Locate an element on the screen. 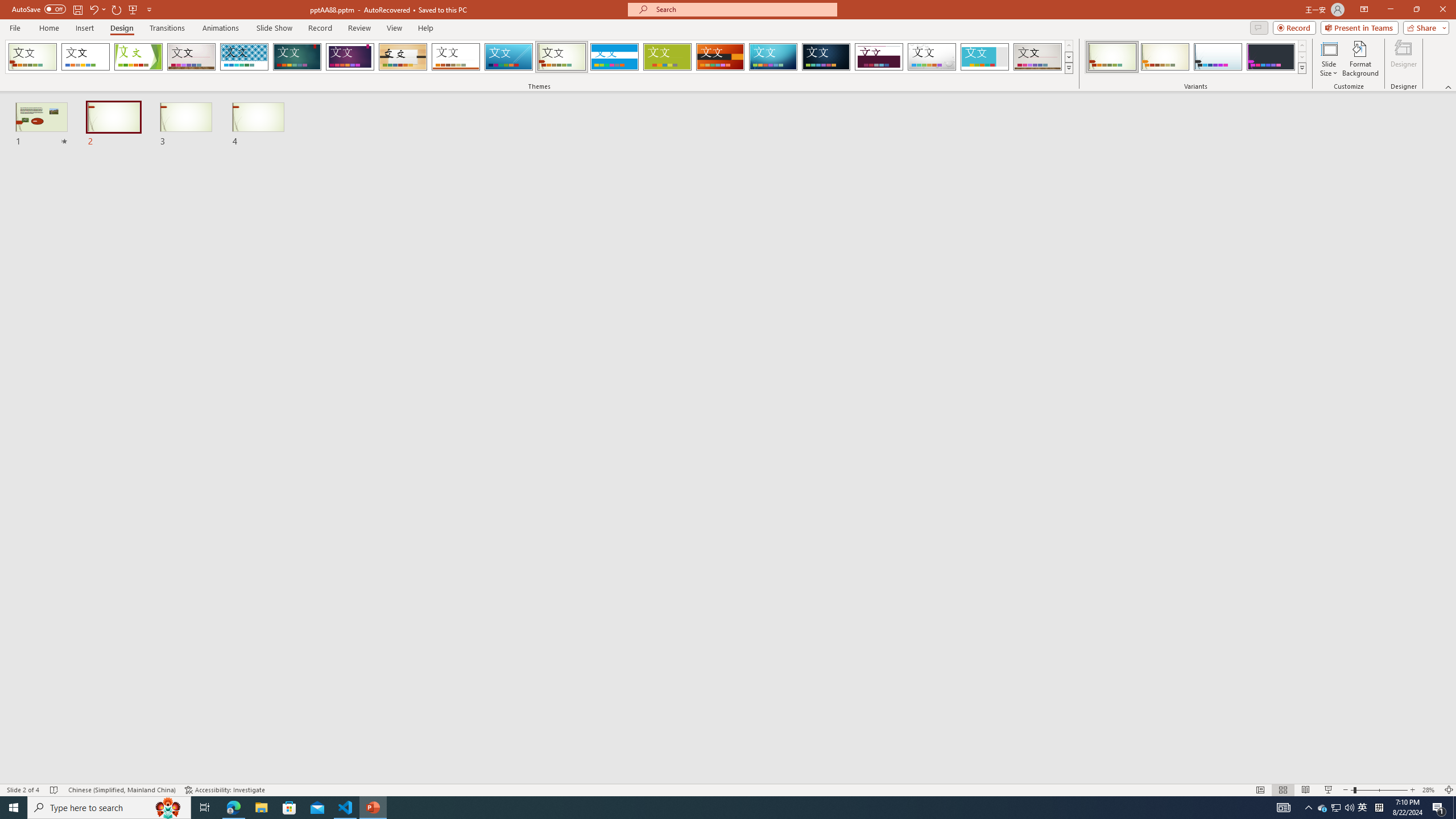 This screenshot has width=1456, height=819. 'Droplet Loading Preview...' is located at coordinates (932, 56).